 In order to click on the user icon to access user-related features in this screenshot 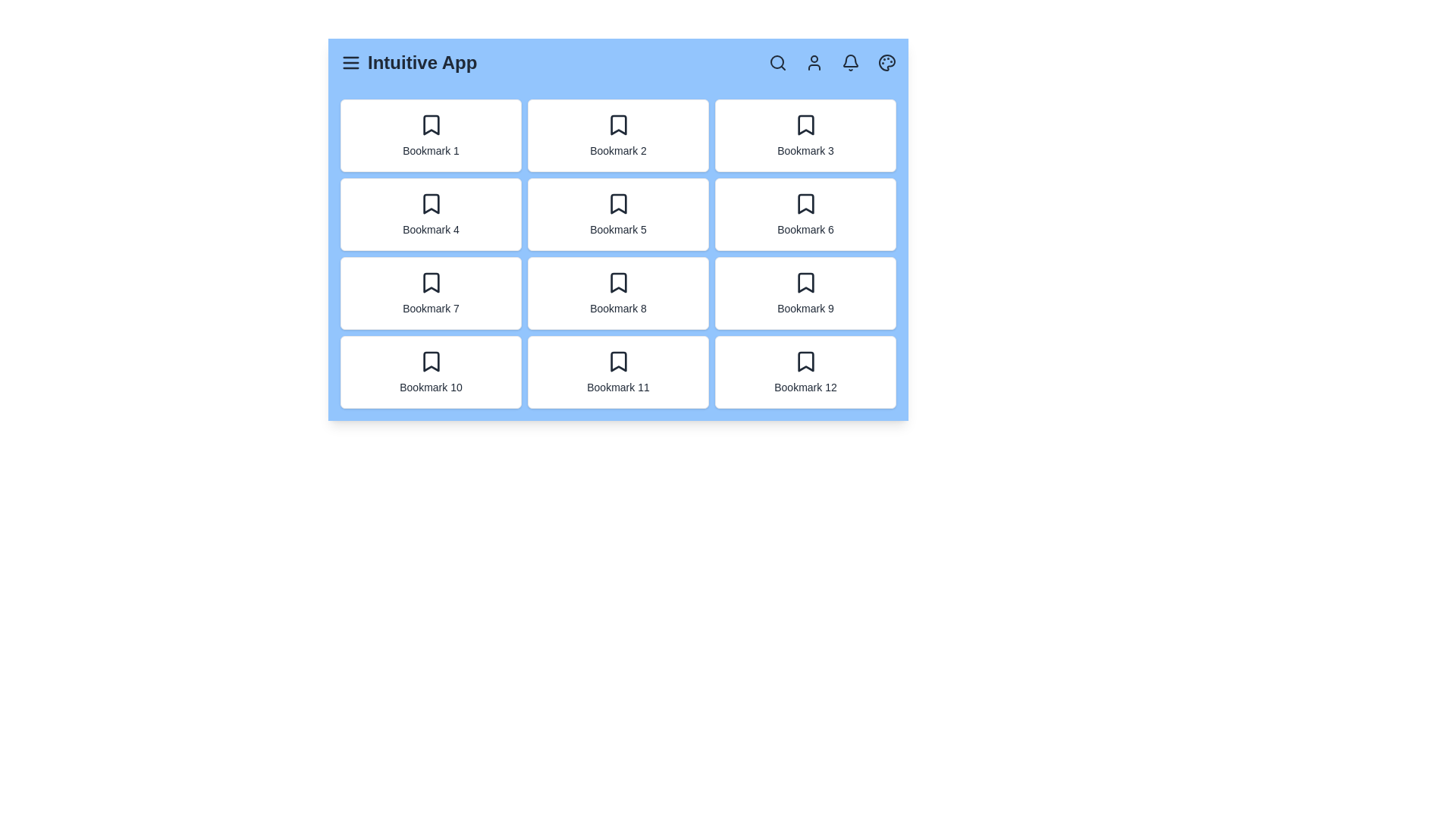, I will do `click(814, 62)`.